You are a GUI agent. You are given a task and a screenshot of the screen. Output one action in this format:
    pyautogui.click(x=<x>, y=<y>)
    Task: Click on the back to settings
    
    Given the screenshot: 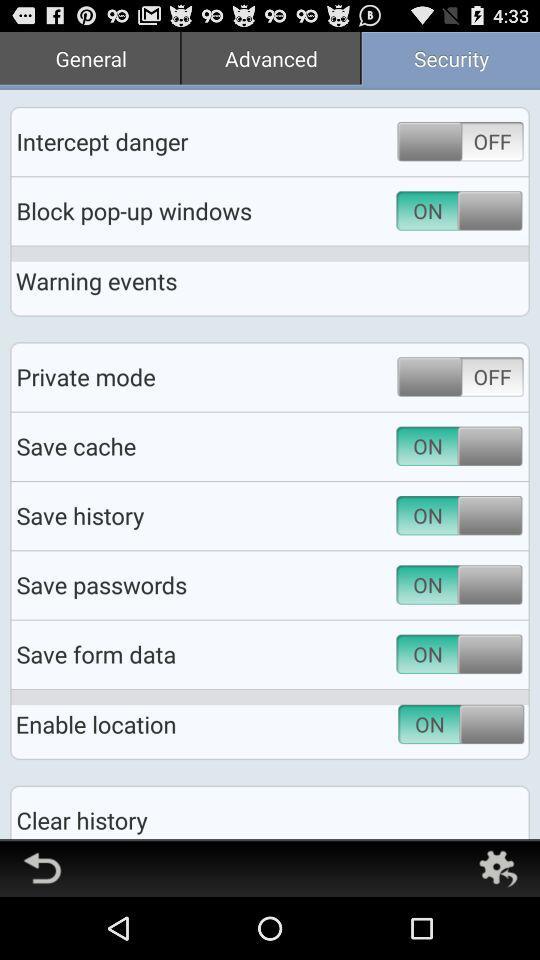 What is the action you would take?
    pyautogui.click(x=496, y=867)
    